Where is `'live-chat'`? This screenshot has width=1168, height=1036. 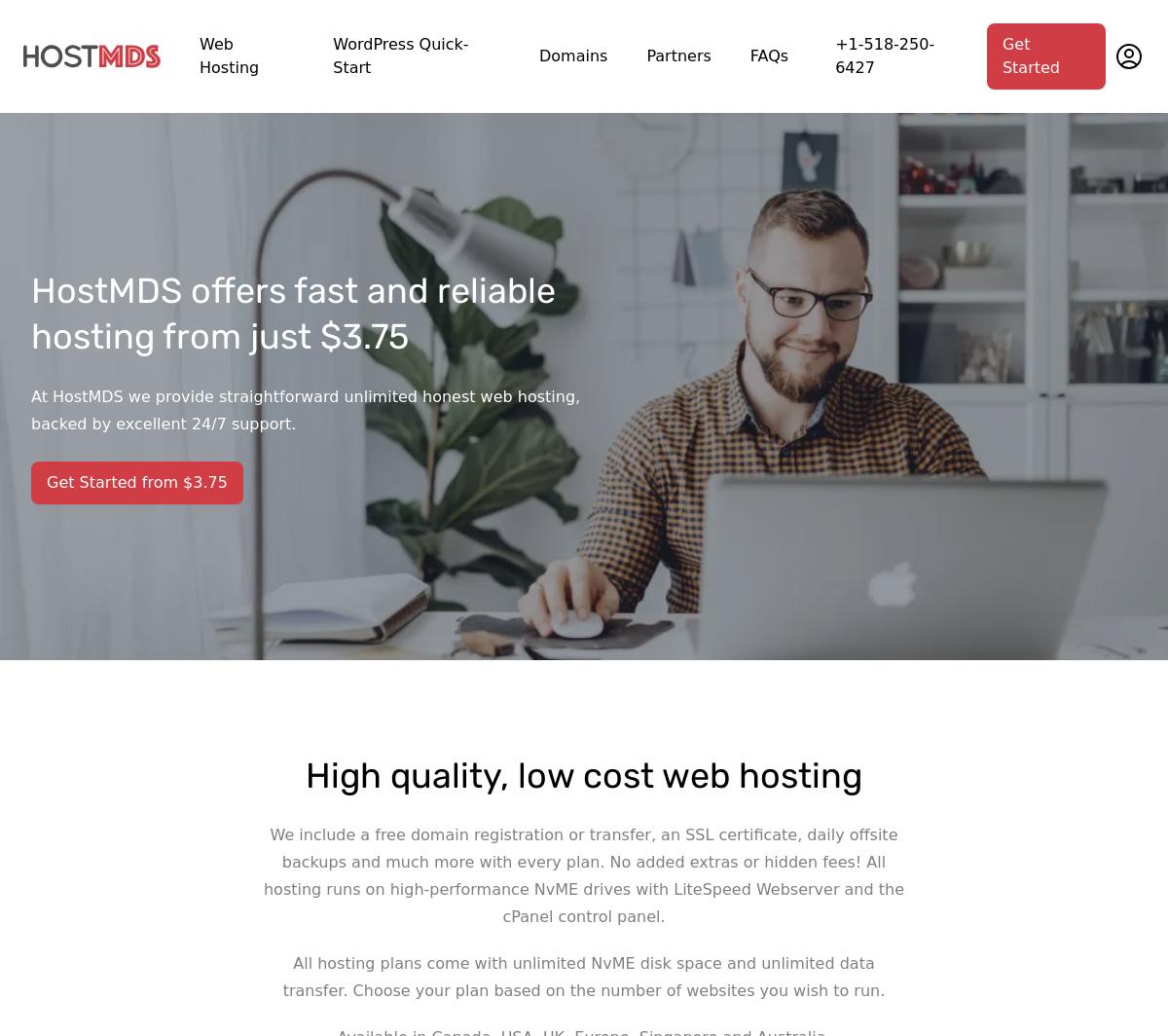 'live-chat' is located at coordinates (741, 1019).